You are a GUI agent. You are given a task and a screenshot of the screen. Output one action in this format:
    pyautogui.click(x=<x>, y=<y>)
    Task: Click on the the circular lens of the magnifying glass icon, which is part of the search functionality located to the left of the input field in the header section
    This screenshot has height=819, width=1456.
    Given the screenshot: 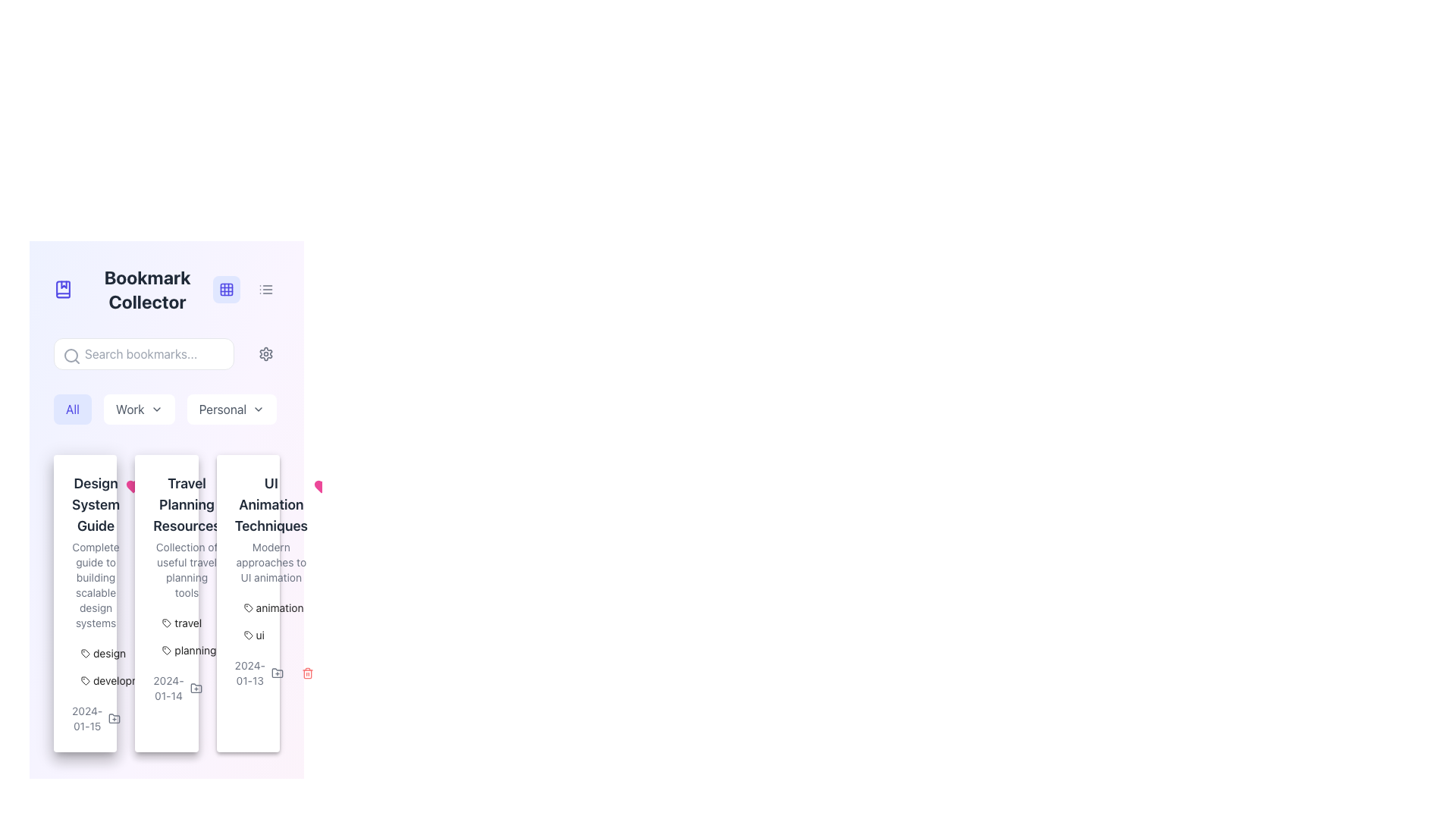 What is the action you would take?
    pyautogui.click(x=71, y=356)
    